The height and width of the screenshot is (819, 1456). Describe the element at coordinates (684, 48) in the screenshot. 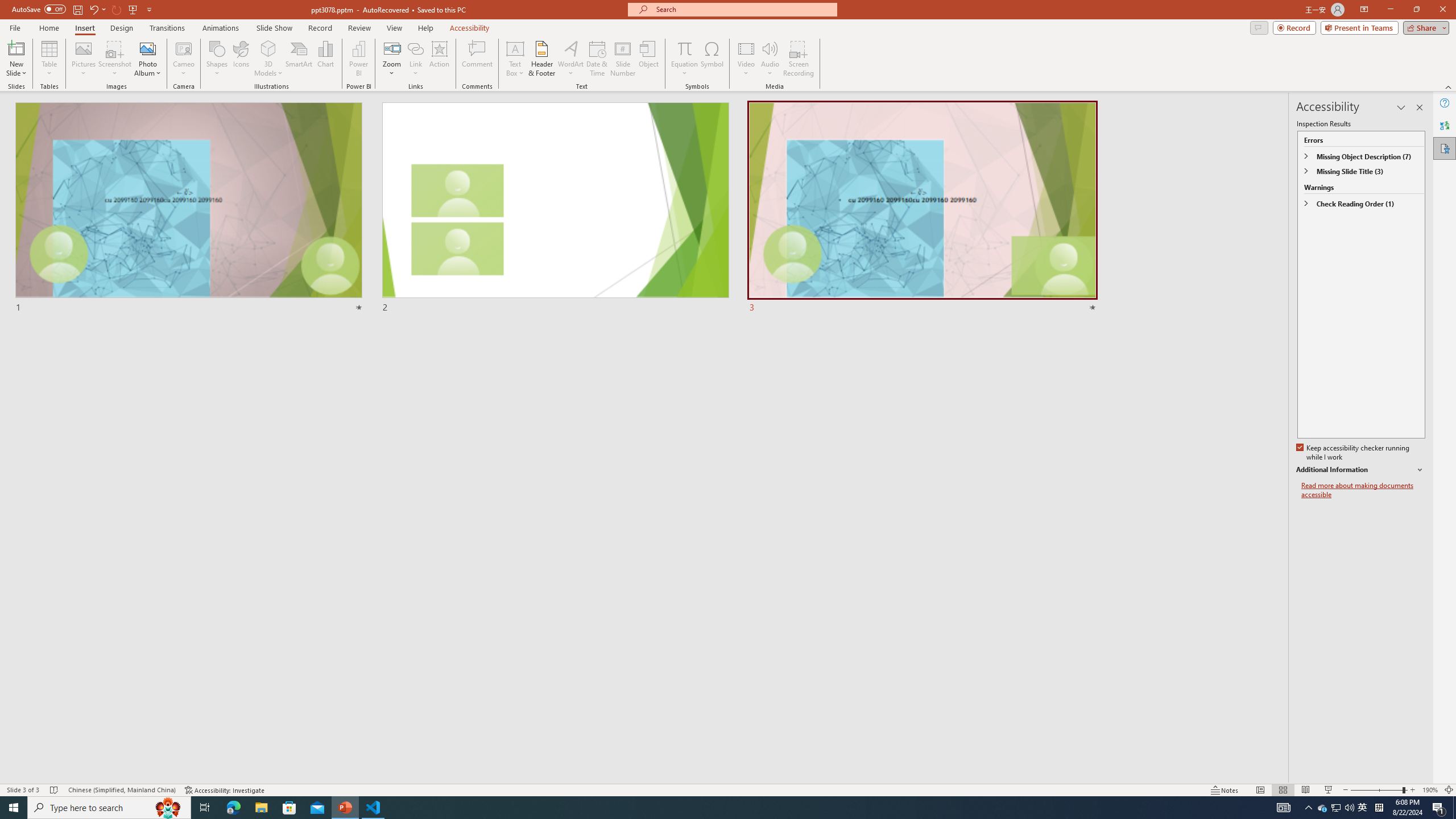

I see `'Equation'` at that location.